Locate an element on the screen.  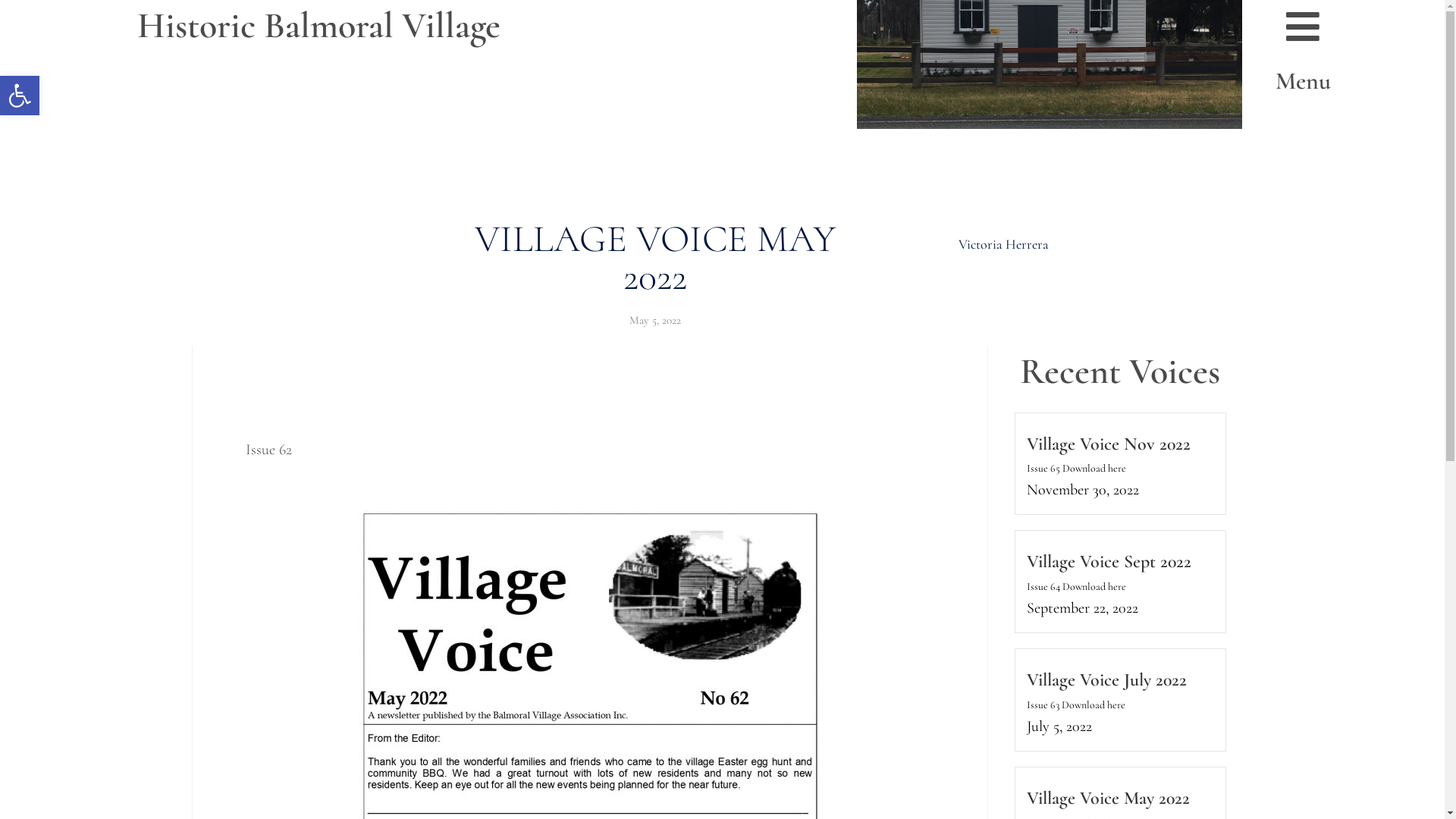
'Village Voice Sept 2022' is located at coordinates (1026, 561).